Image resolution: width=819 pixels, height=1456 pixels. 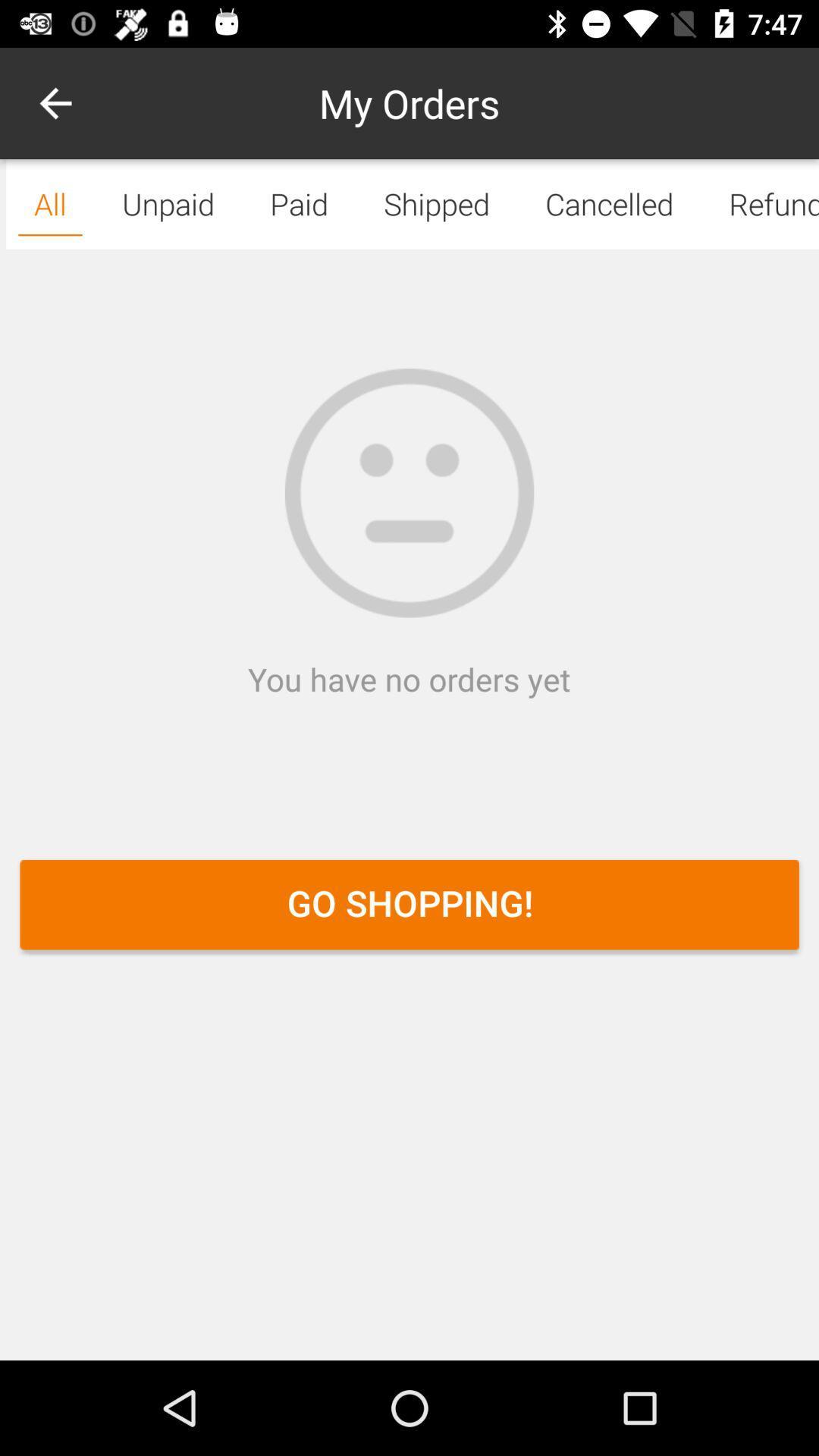 What do you see at coordinates (55, 102) in the screenshot?
I see `the icon above all icon` at bounding box center [55, 102].